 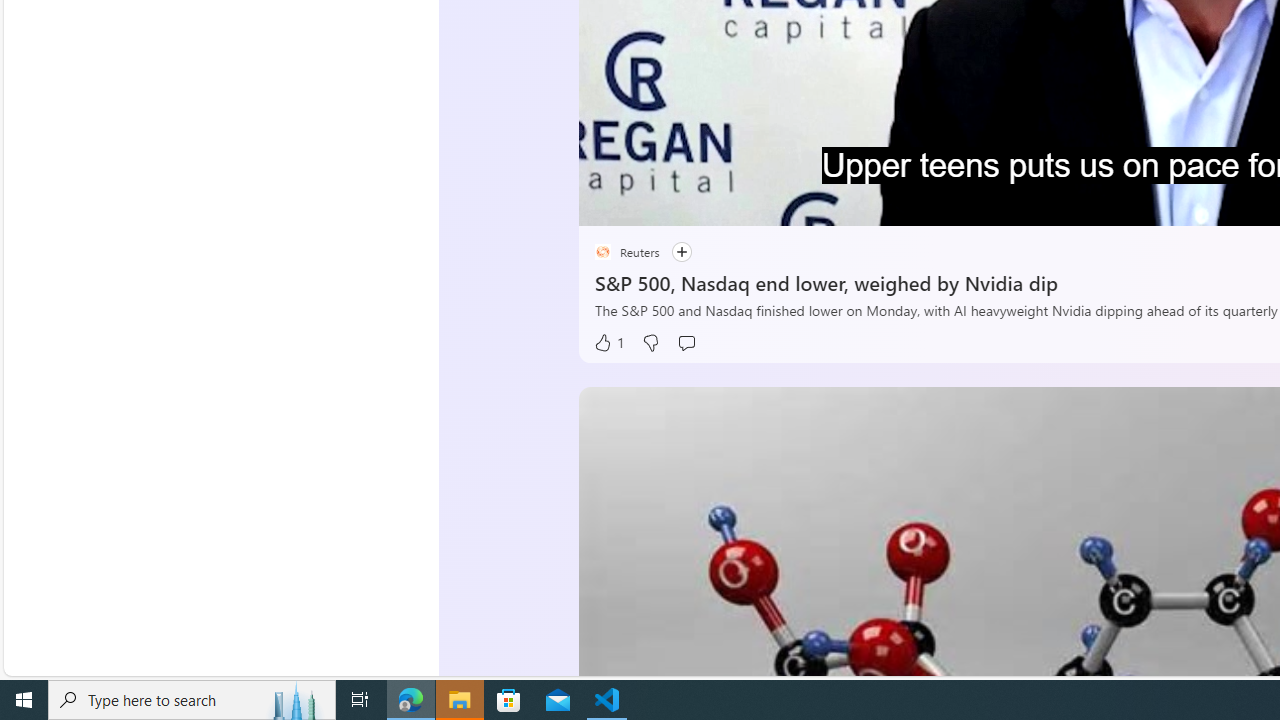 What do you see at coordinates (680, 251) in the screenshot?
I see `'Follow'` at bounding box center [680, 251].